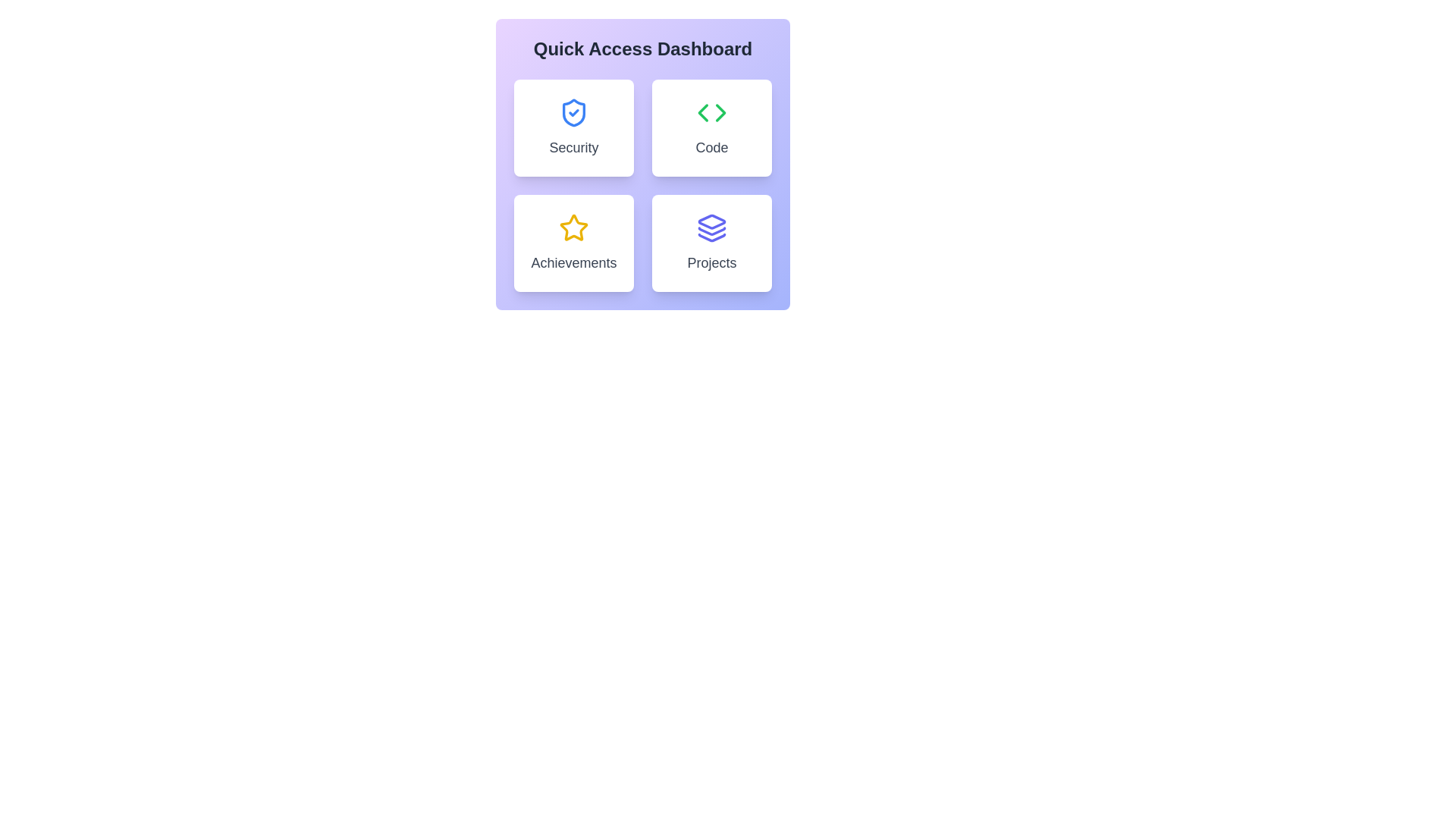  Describe the element at coordinates (573, 112) in the screenshot. I see `the shield-like icon in the top-left quadrant of the 'Quick Access Dashboard' card labeled 'Security', which features a blue fill and a white checkmark overlay` at that location.